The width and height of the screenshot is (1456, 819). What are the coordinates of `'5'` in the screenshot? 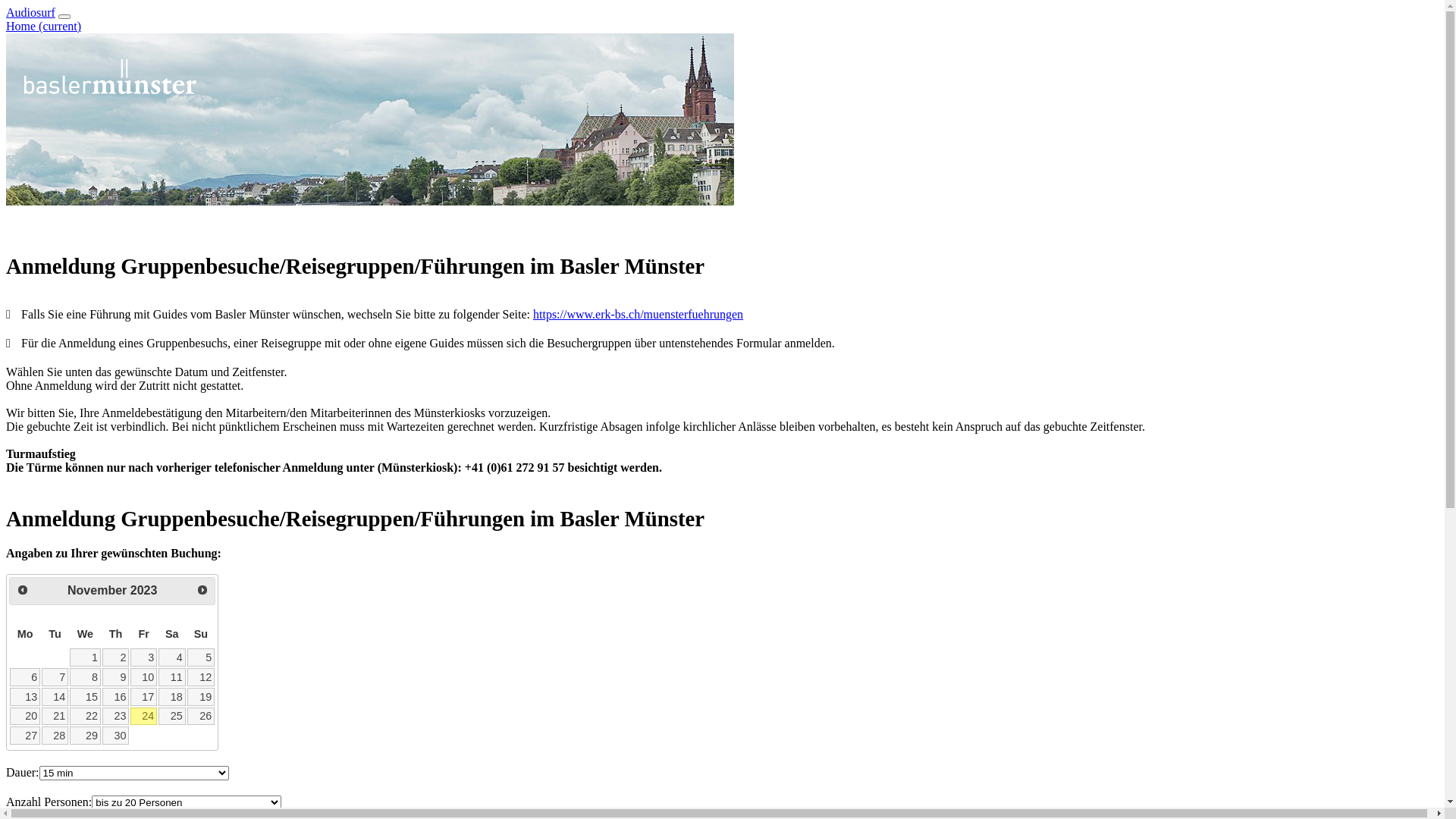 It's located at (200, 657).